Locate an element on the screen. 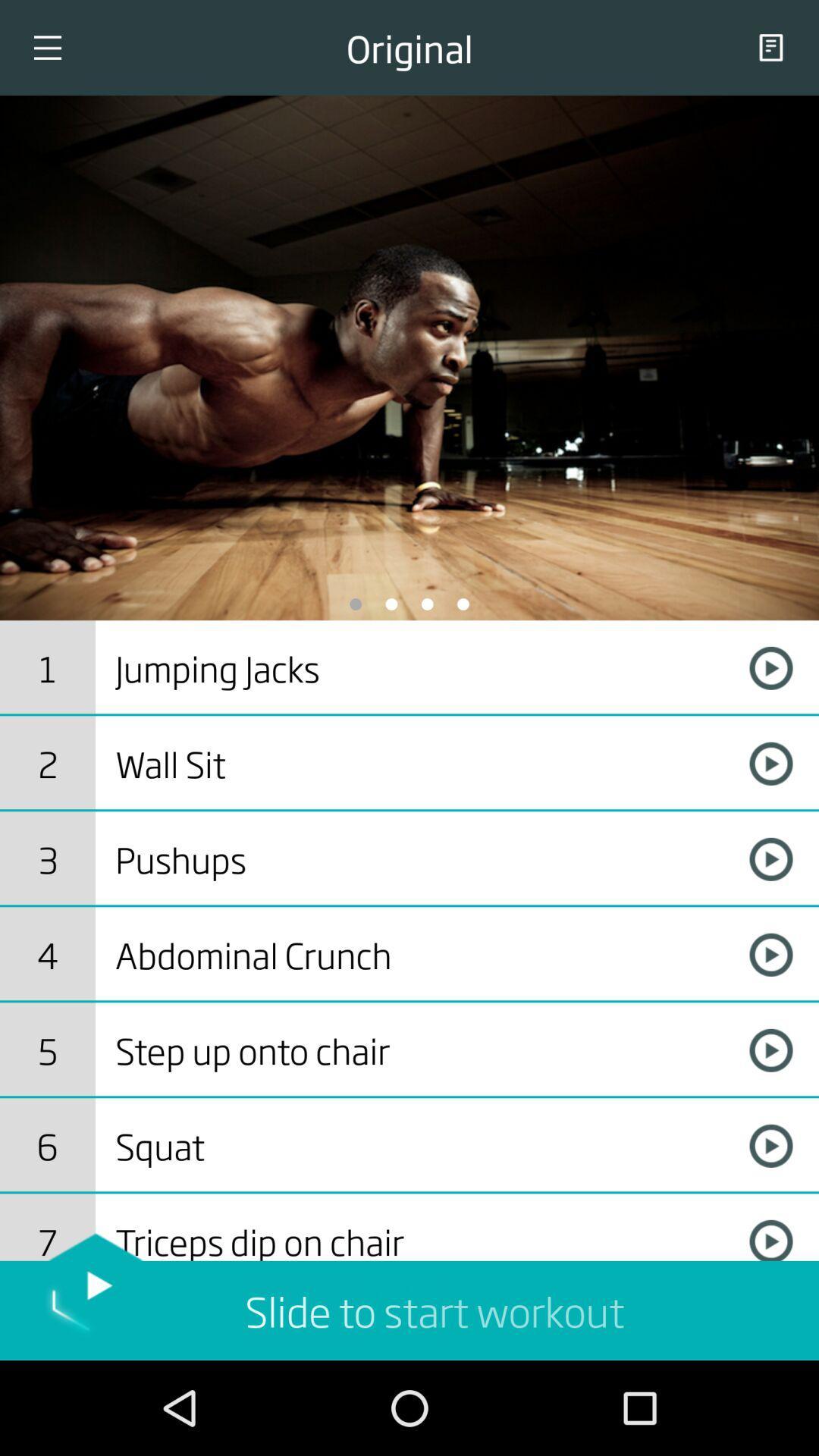 The height and width of the screenshot is (1456, 819). the play icon is located at coordinates (771, 667).